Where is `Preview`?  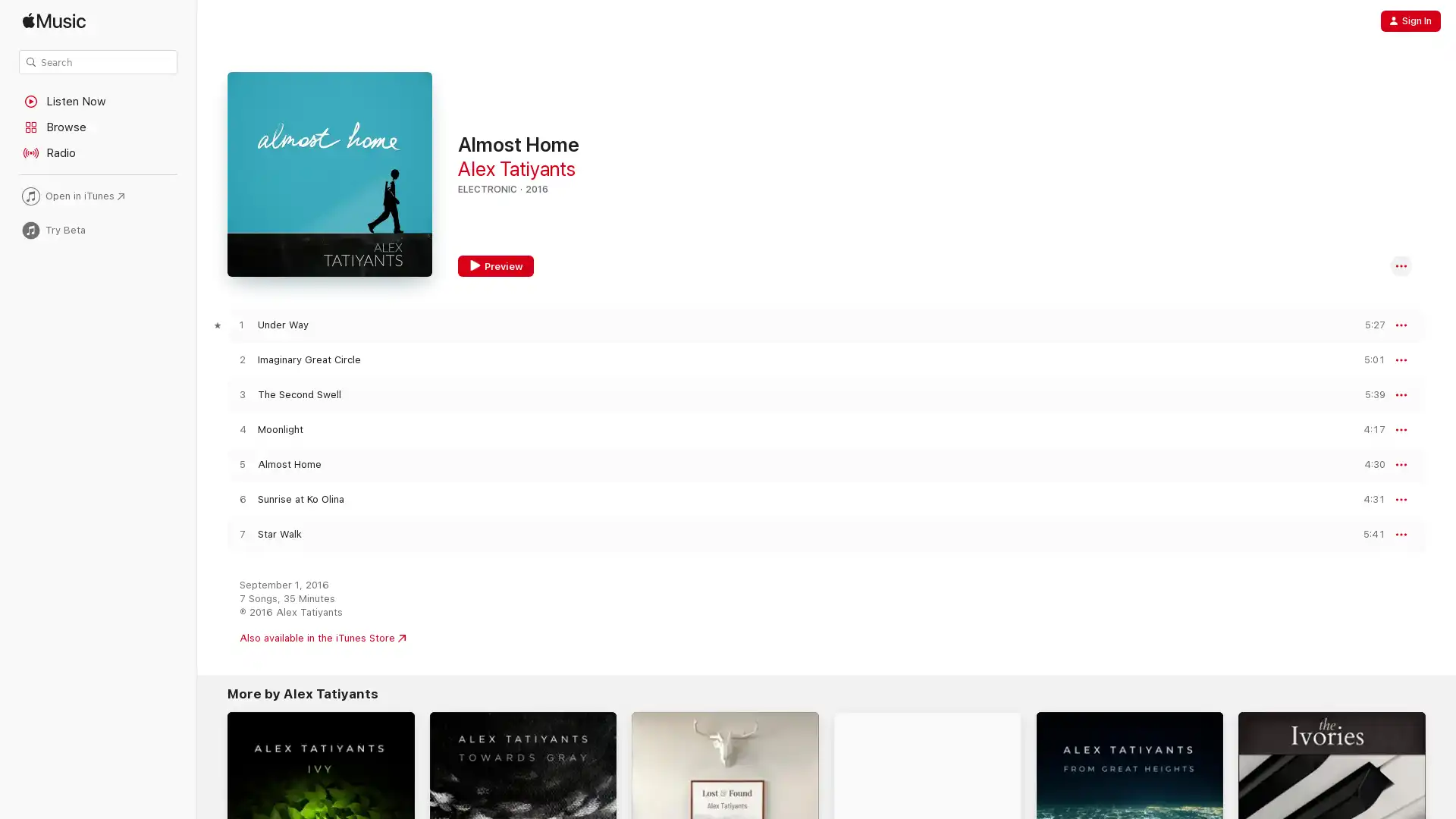
Preview is located at coordinates (1368, 463).